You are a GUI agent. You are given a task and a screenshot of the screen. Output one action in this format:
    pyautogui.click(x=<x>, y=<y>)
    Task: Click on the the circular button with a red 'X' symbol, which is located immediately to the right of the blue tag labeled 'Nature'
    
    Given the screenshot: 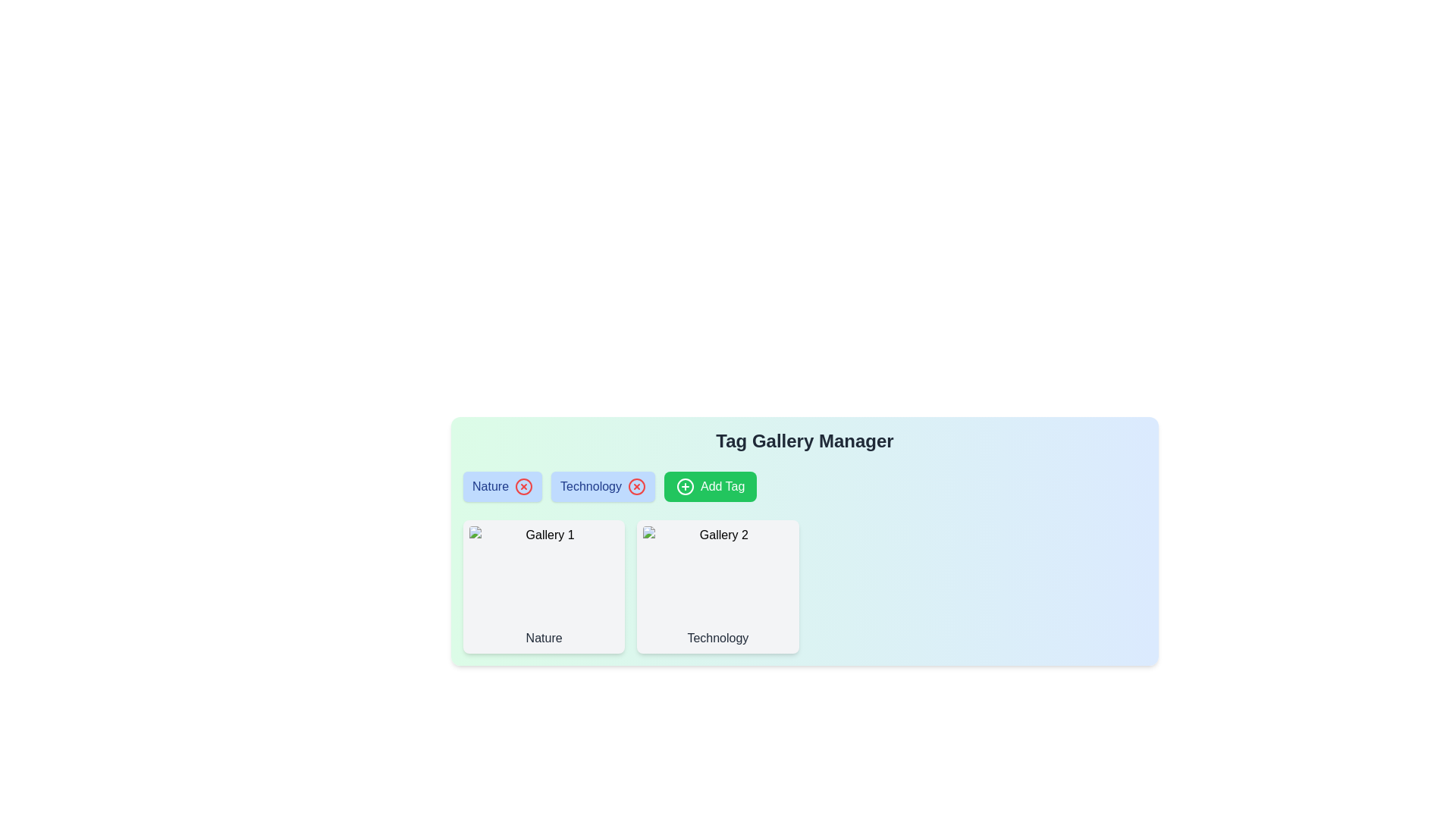 What is the action you would take?
    pyautogui.click(x=524, y=486)
    